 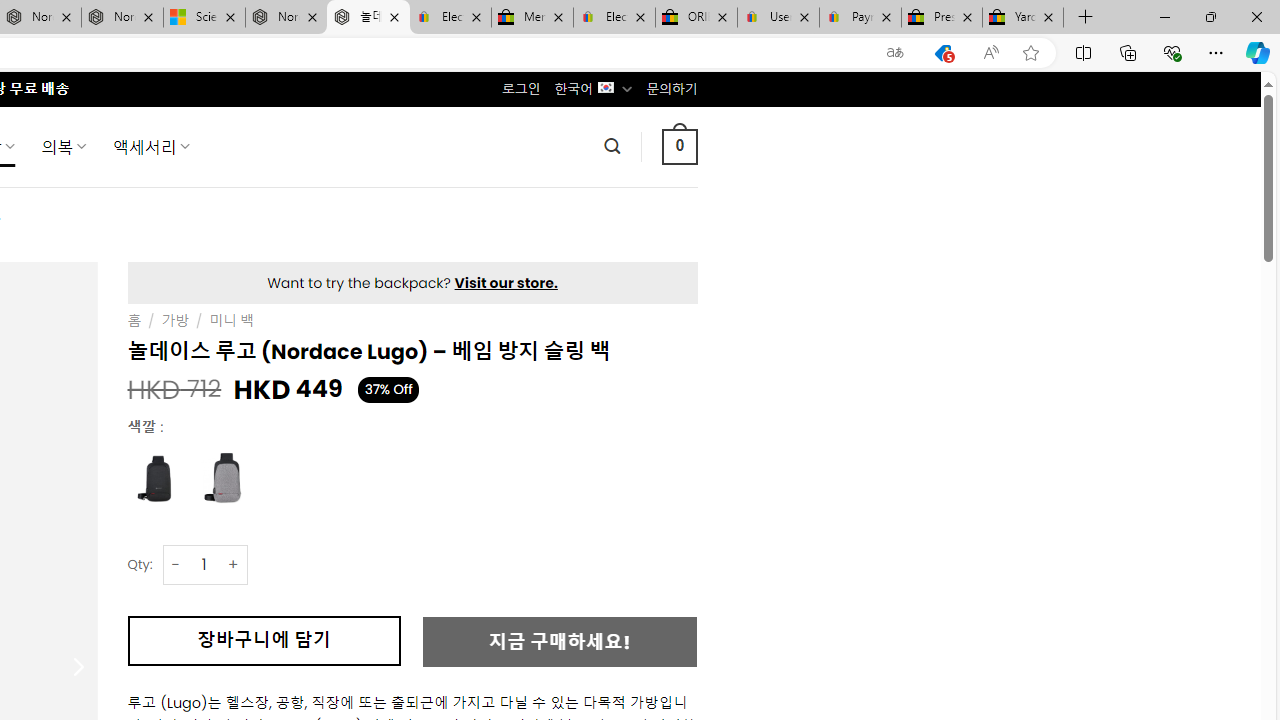 What do you see at coordinates (176, 564) in the screenshot?
I see `'-'` at bounding box center [176, 564].